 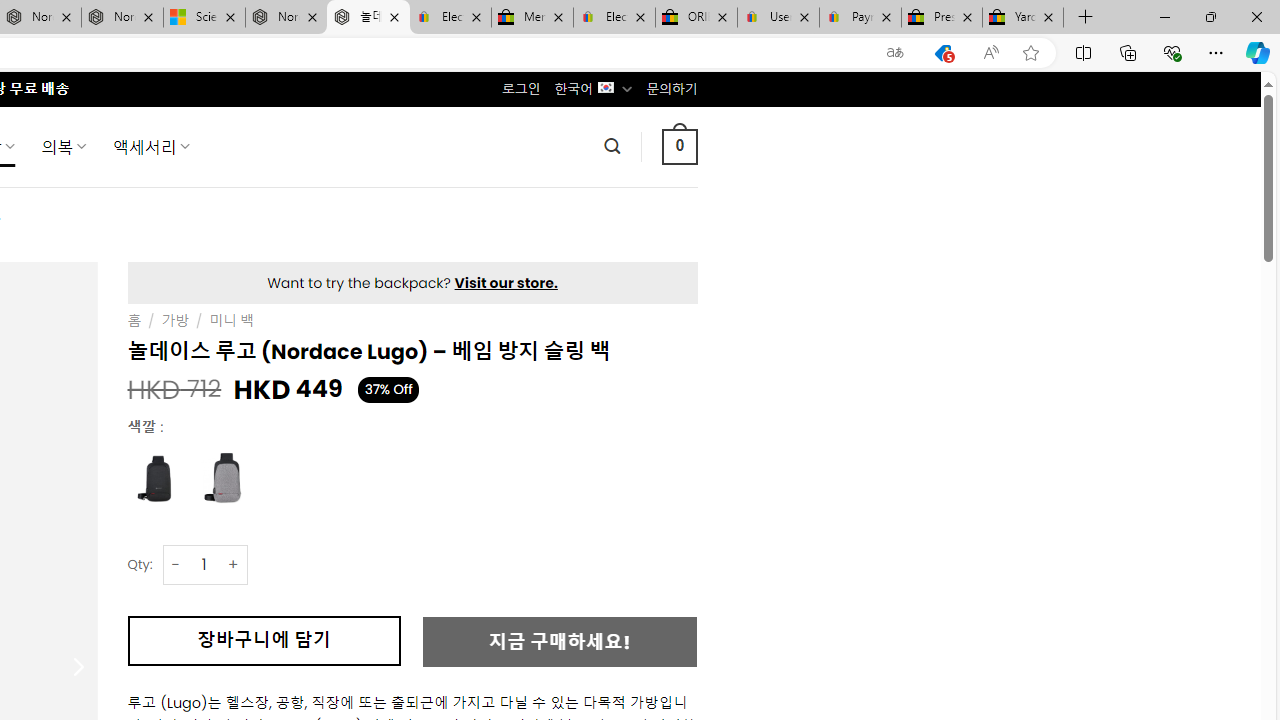 What do you see at coordinates (176, 564) in the screenshot?
I see `'-'` at bounding box center [176, 564].